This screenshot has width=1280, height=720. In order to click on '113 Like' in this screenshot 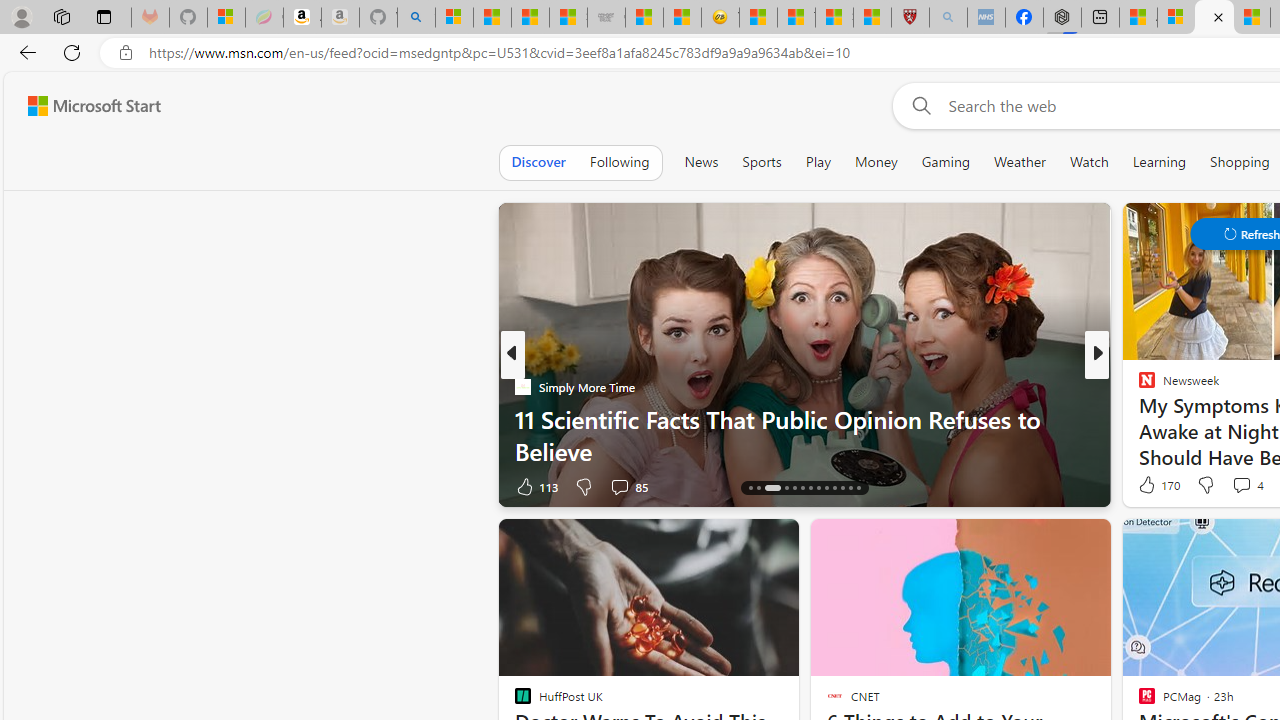, I will do `click(535, 486)`.